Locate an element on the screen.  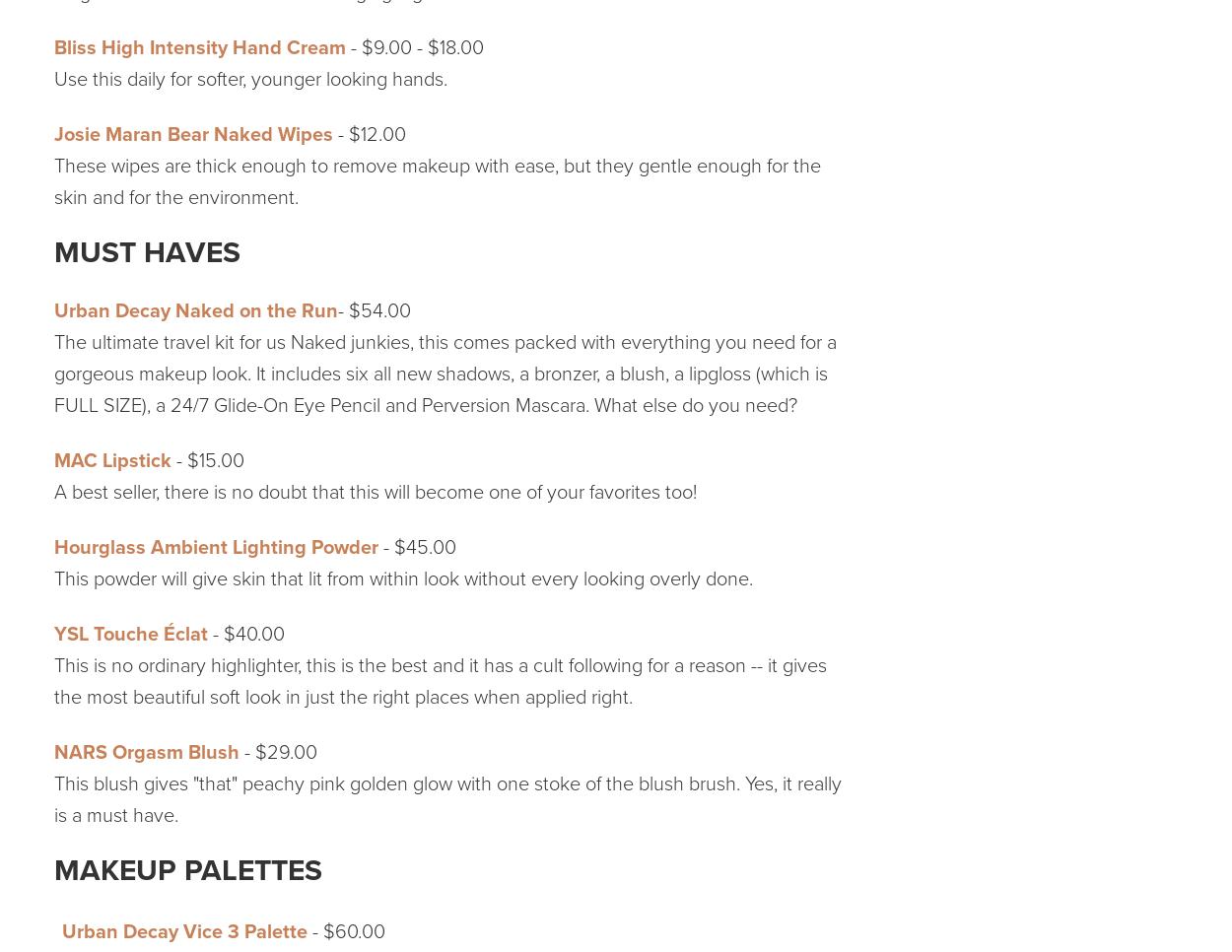
'Urban Decay Naked on the Run' is located at coordinates (195, 310).